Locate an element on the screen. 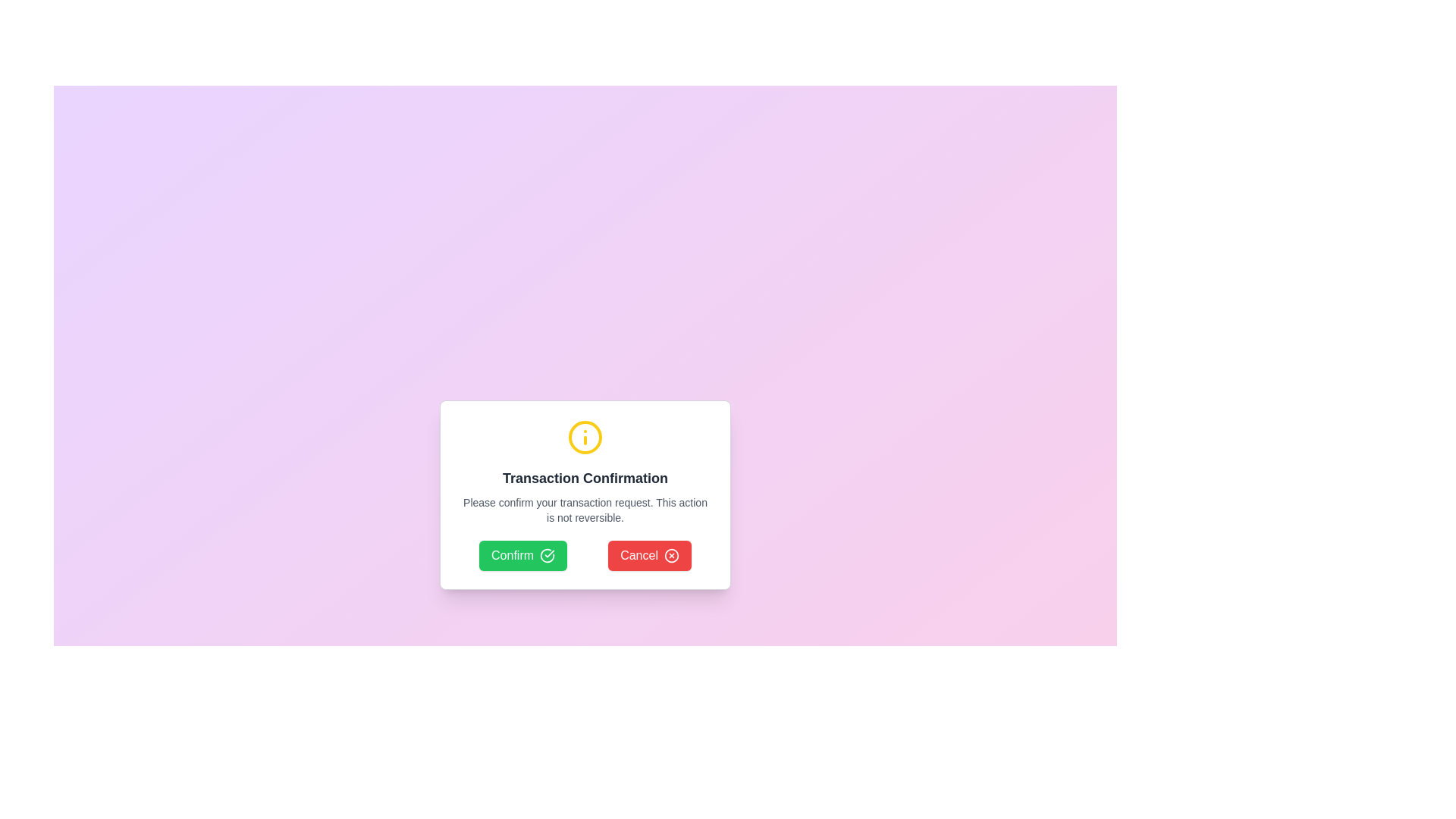  the checkmark icon located to the right of the 'Confirm' label within the 'Confirm' button in the bottom-left section of the modal dialog is located at coordinates (547, 555).